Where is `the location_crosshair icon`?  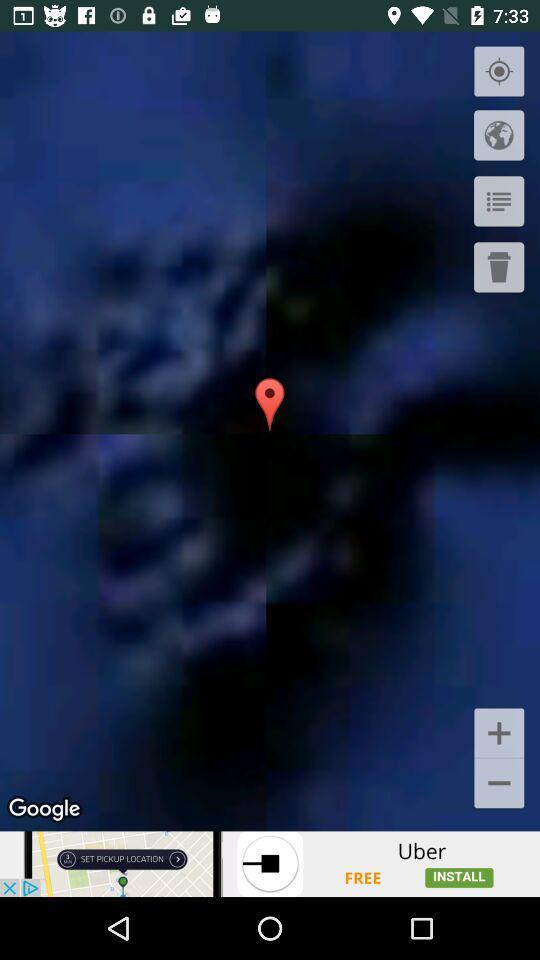 the location_crosshair icon is located at coordinates (498, 72).